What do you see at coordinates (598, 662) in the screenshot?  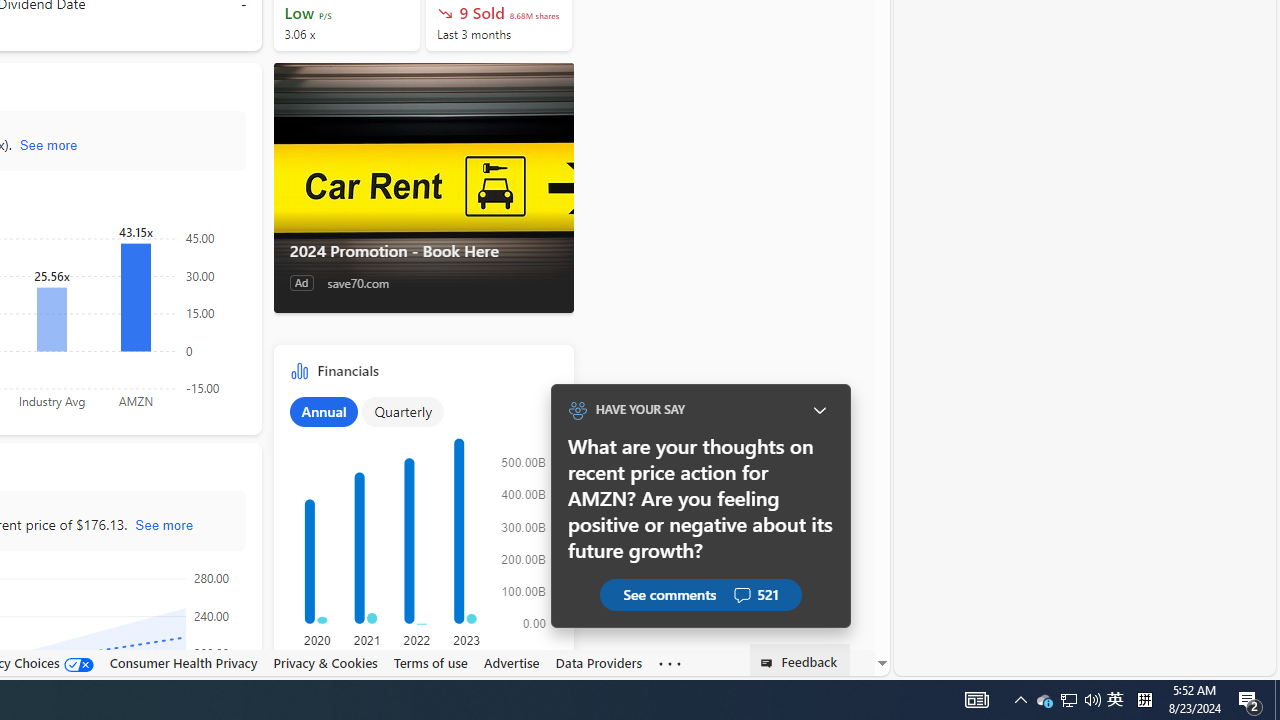 I see `'Data Providers'` at bounding box center [598, 662].